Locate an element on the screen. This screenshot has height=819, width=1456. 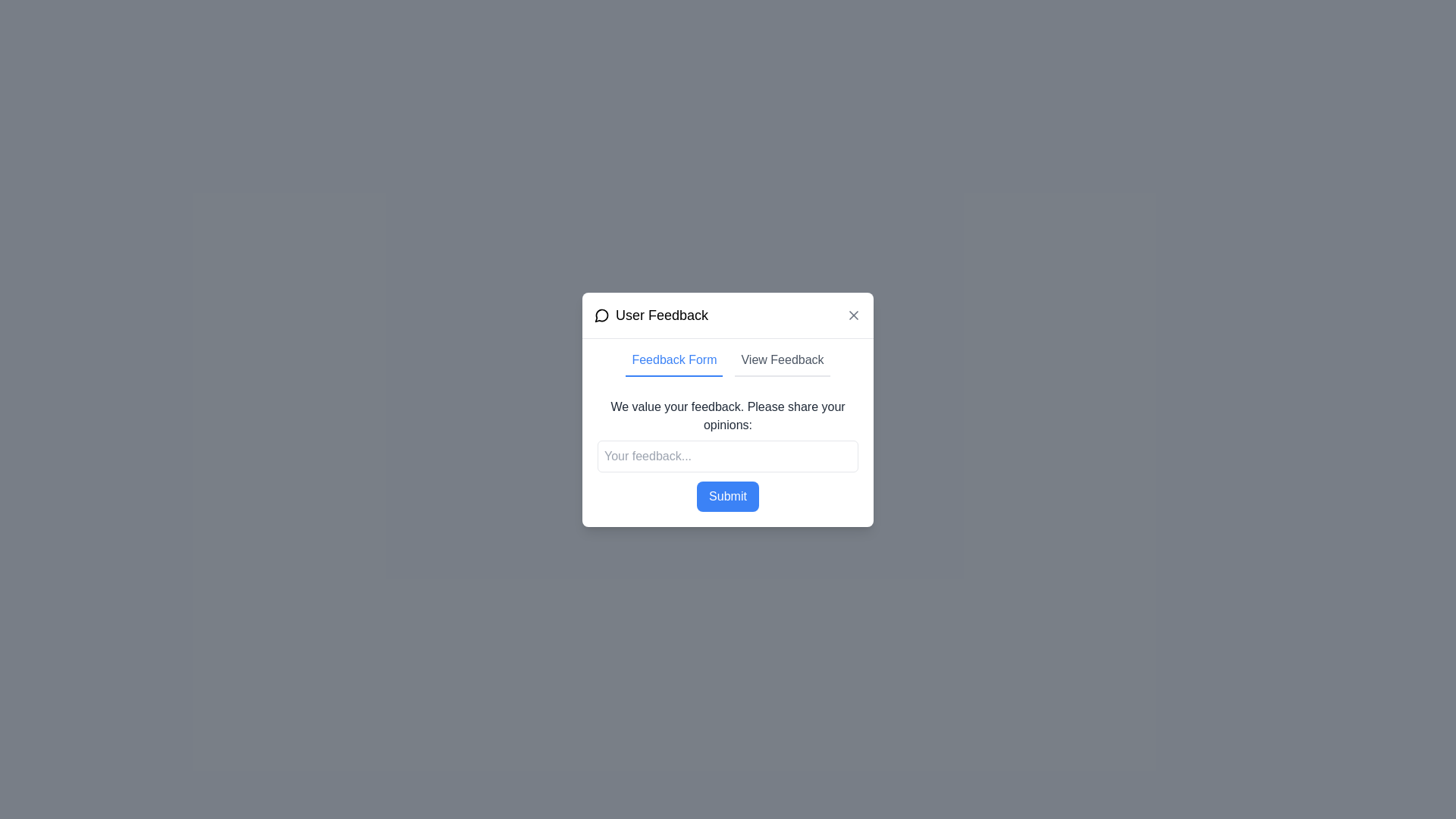
the close button located in the top-right corner of the 'User Feedback' modal dialog is located at coordinates (854, 314).